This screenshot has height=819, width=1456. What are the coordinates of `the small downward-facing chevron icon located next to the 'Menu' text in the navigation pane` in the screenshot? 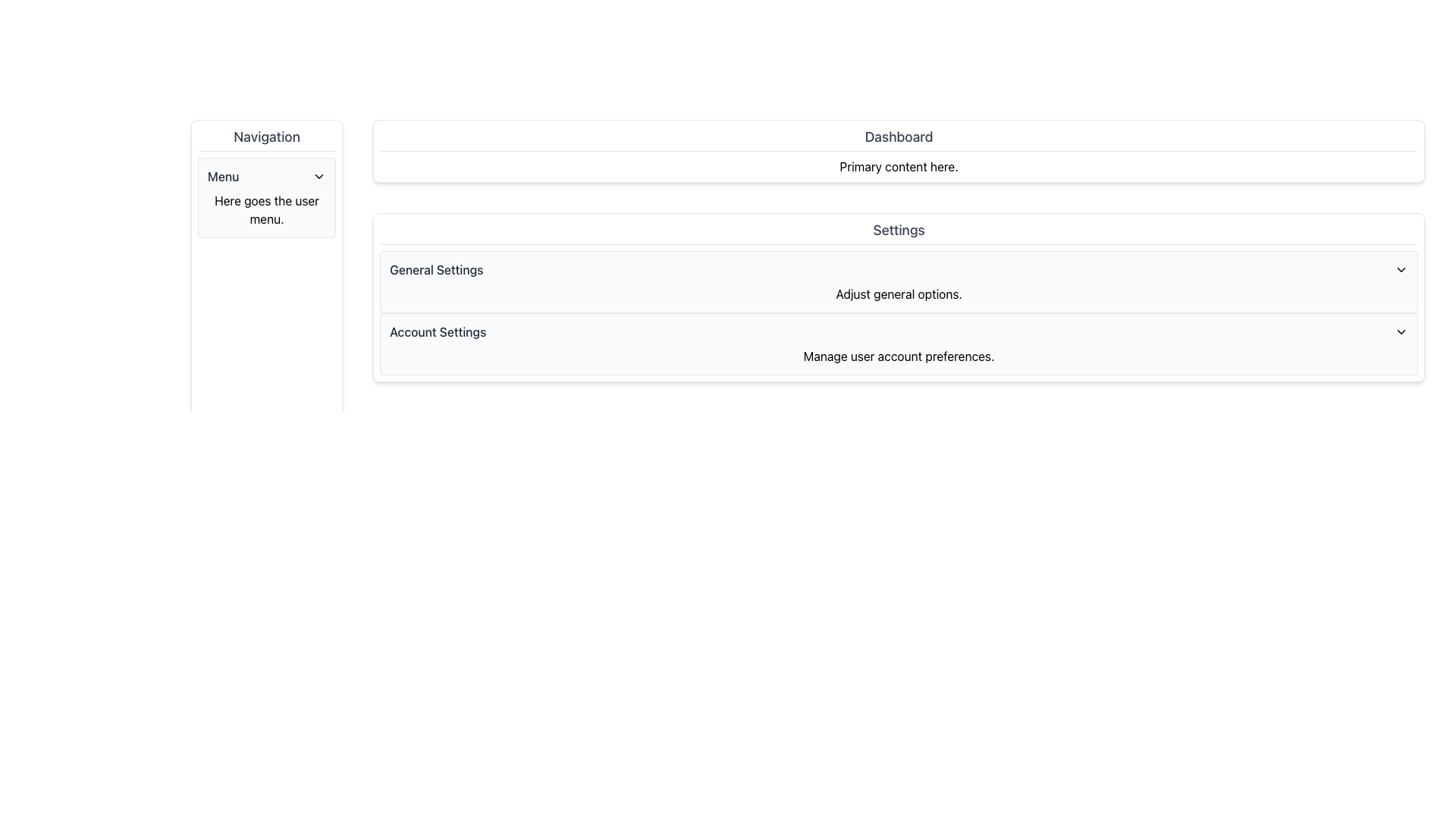 It's located at (318, 175).